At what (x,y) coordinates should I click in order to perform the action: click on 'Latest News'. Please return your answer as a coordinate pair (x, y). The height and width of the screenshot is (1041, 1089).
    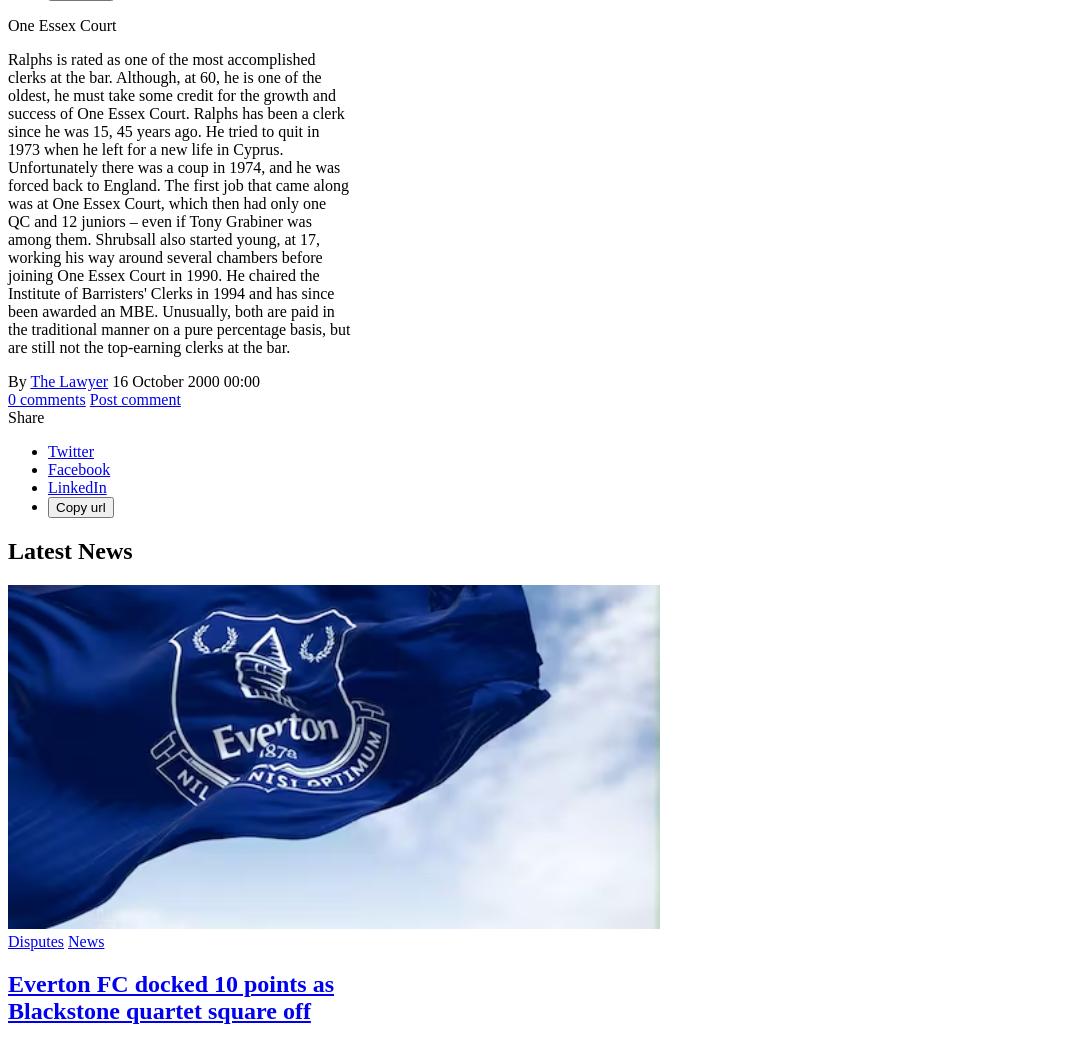
    Looking at the image, I should click on (70, 549).